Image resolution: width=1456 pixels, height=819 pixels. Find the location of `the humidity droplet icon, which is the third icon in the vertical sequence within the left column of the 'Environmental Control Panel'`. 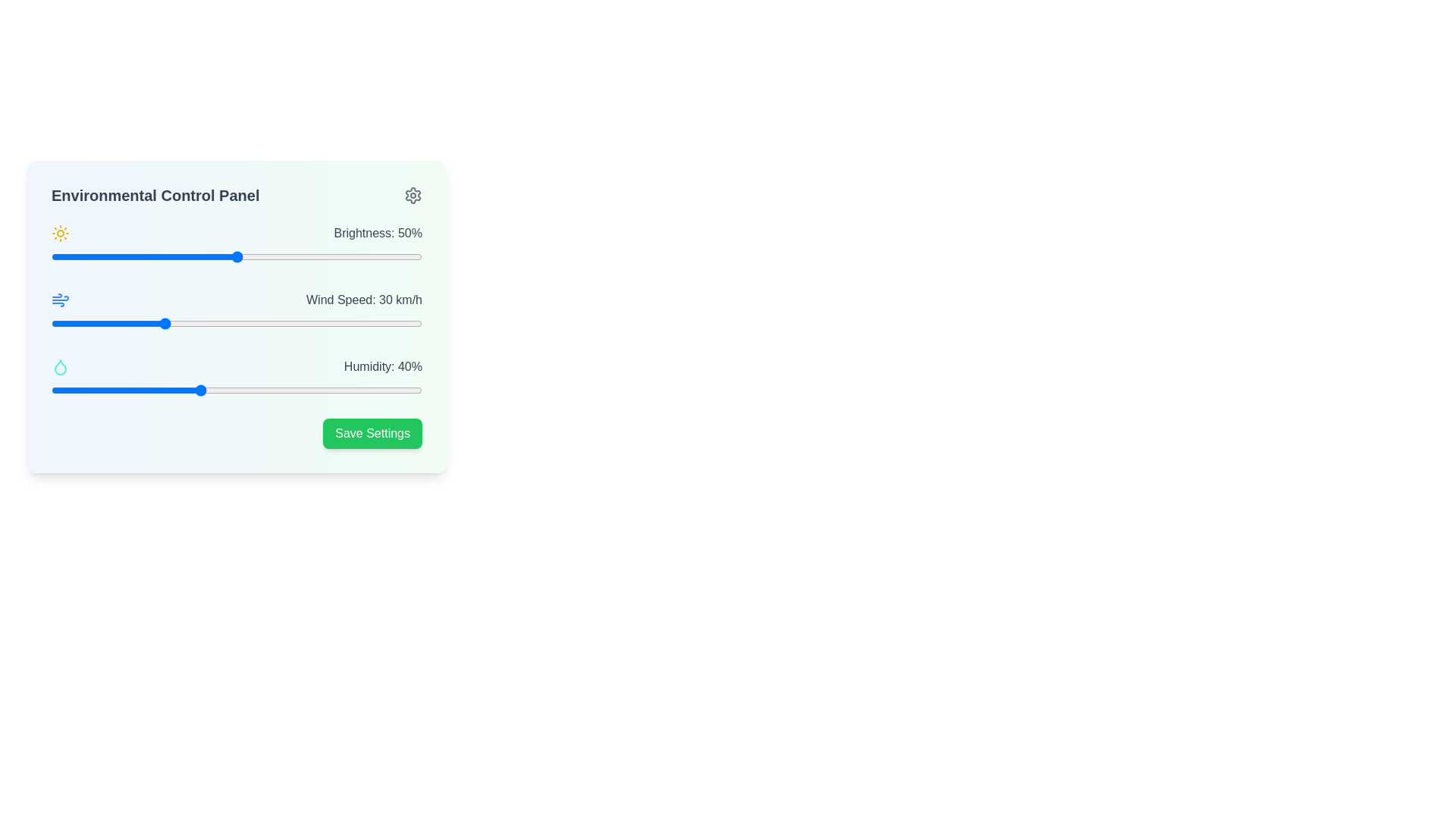

the humidity droplet icon, which is the third icon in the vertical sequence within the left column of the 'Environmental Control Panel' is located at coordinates (61, 366).